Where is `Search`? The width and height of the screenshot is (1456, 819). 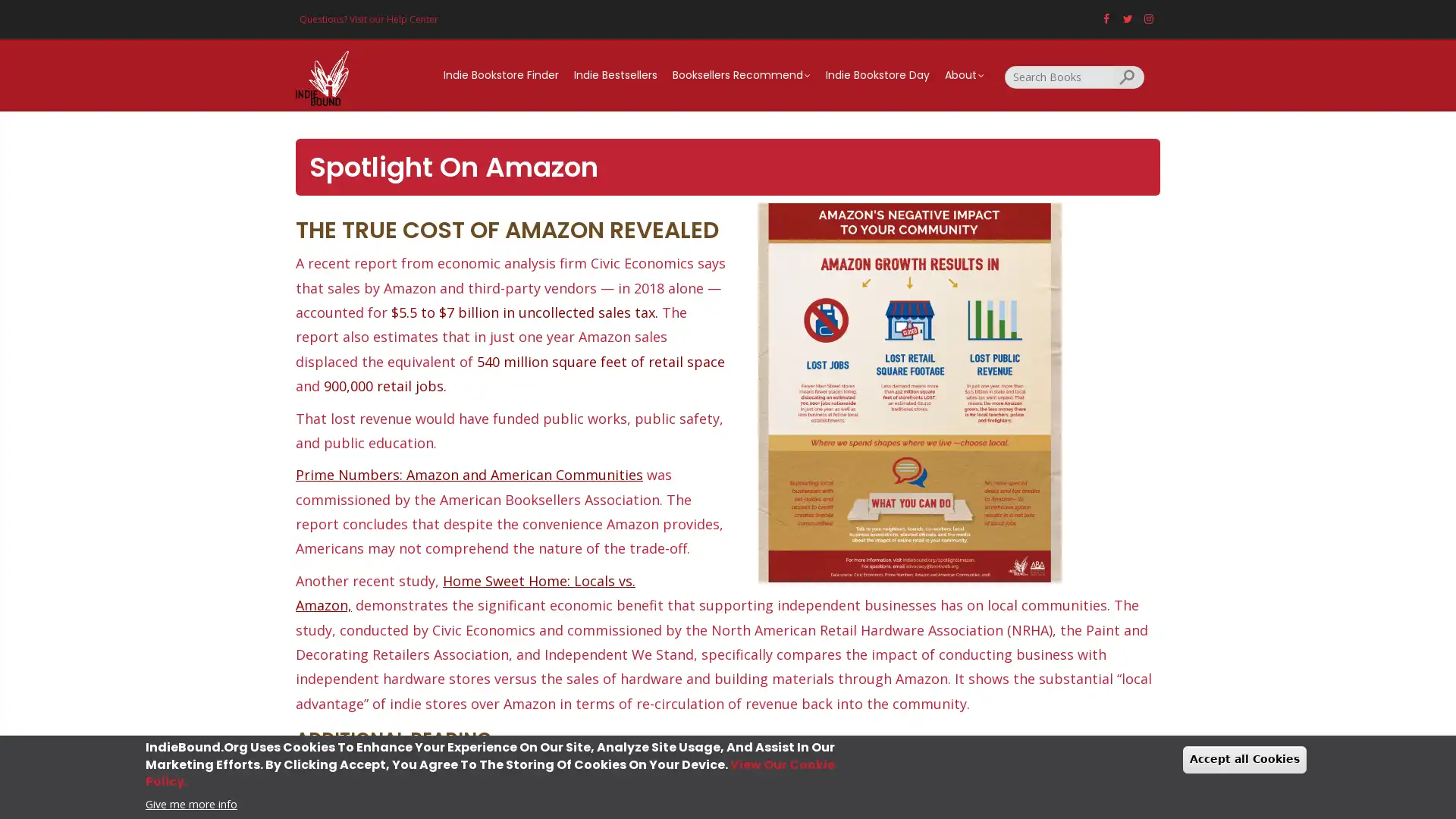 Search is located at coordinates (1128, 76).